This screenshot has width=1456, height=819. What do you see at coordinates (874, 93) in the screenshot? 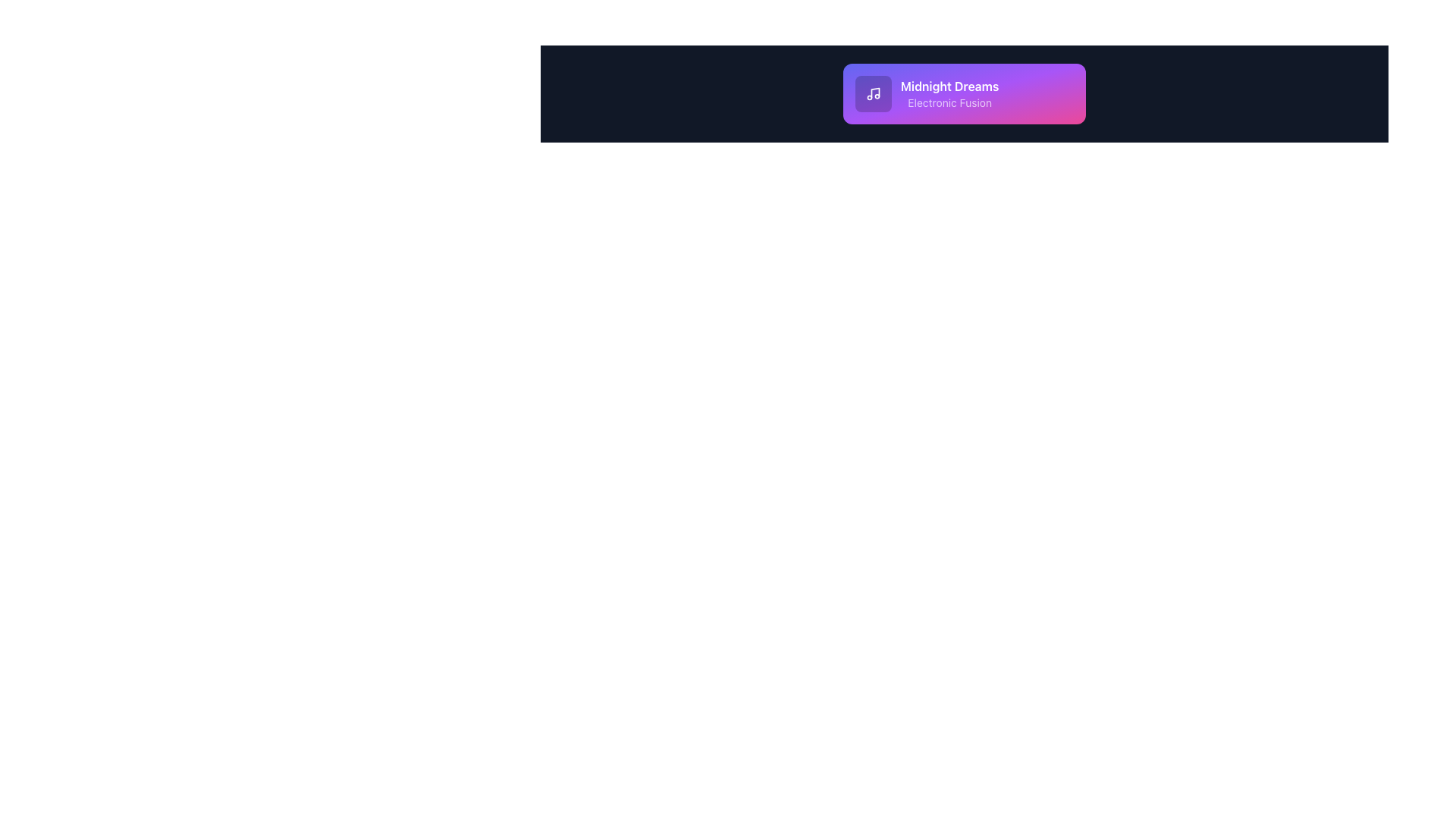
I see `the music-related icon located before the text 'Midnight Dreams' in the header group` at bounding box center [874, 93].